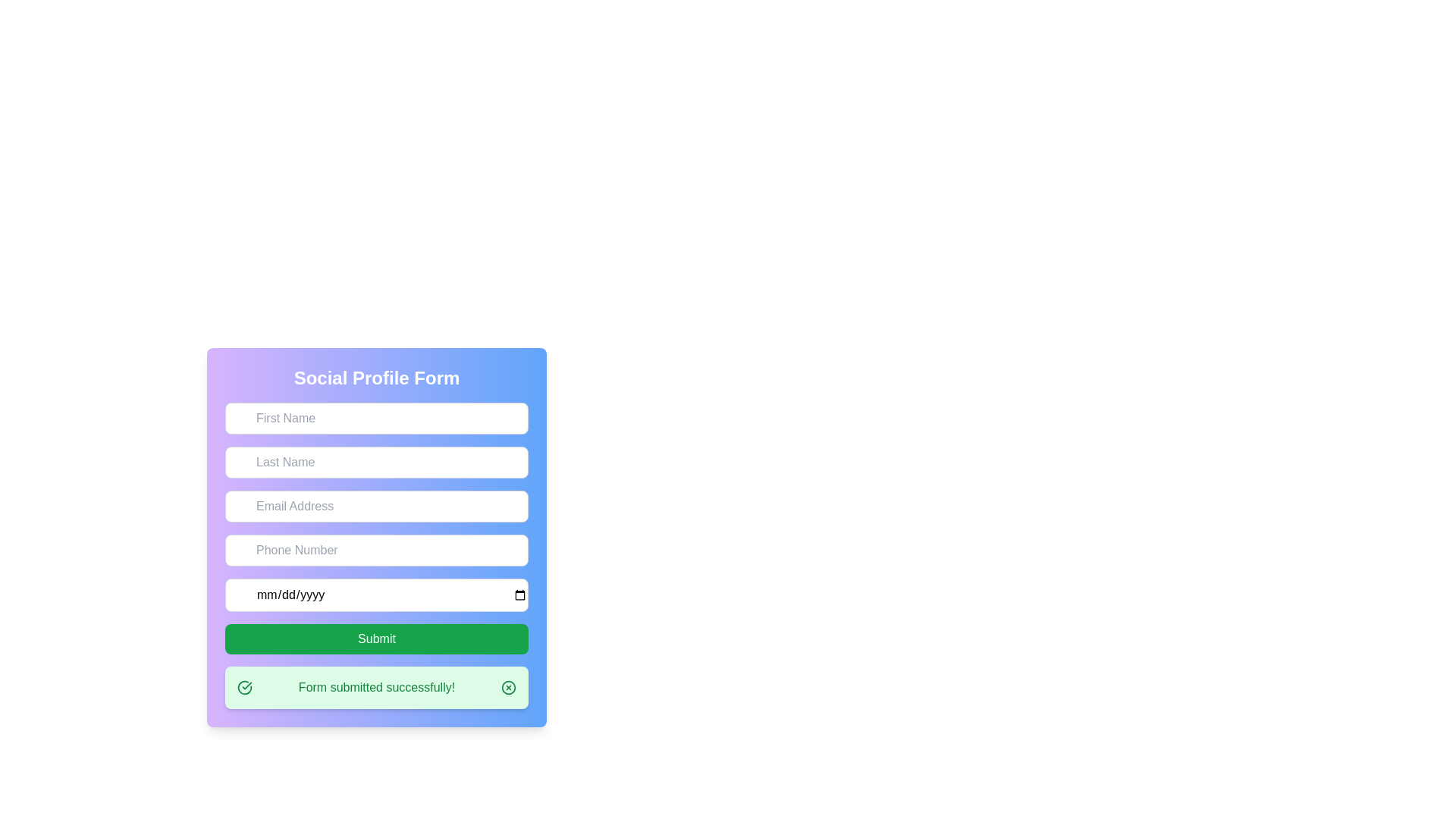 The height and width of the screenshot is (819, 1456). Describe the element at coordinates (244, 687) in the screenshot. I see `the SVG graphic icon styled with a circular contour, which represents a status indicator and is located to the left of the success message` at that location.